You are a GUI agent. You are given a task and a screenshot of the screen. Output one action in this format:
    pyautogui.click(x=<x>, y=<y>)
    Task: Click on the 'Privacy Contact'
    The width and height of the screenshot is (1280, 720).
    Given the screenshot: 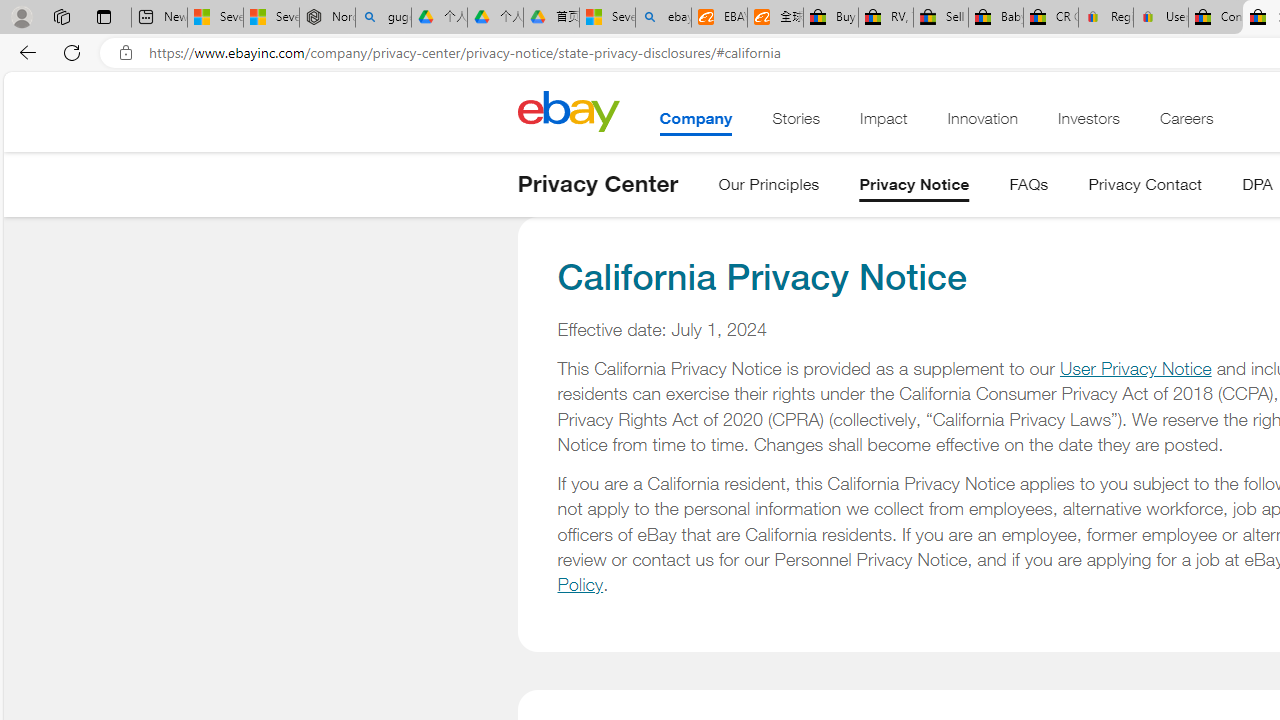 What is the action you would take?
    pyautogui.click(x=1145, y=188)
    